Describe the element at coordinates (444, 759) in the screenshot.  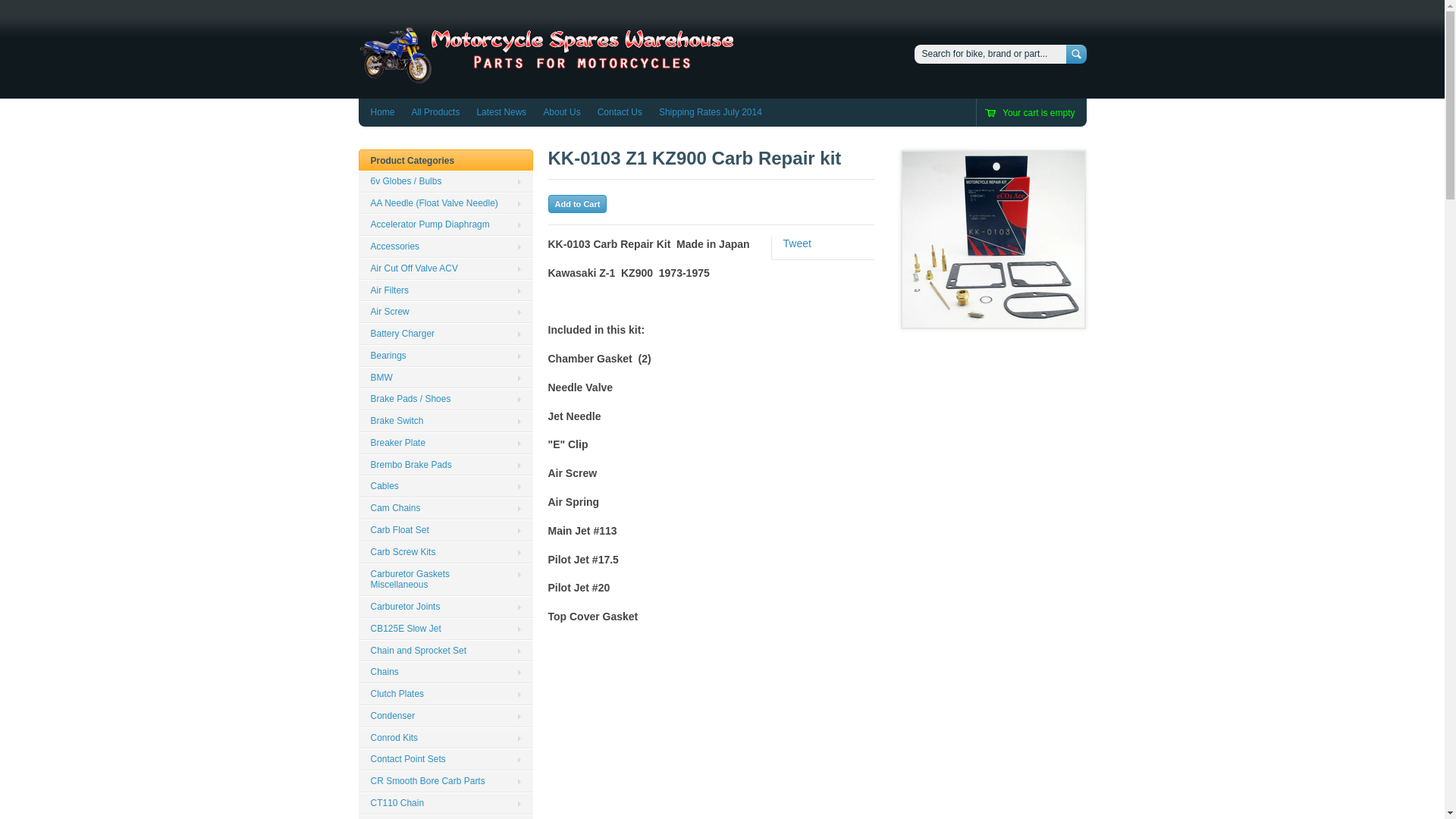
I see `'Contact Point Sets'` at that location.